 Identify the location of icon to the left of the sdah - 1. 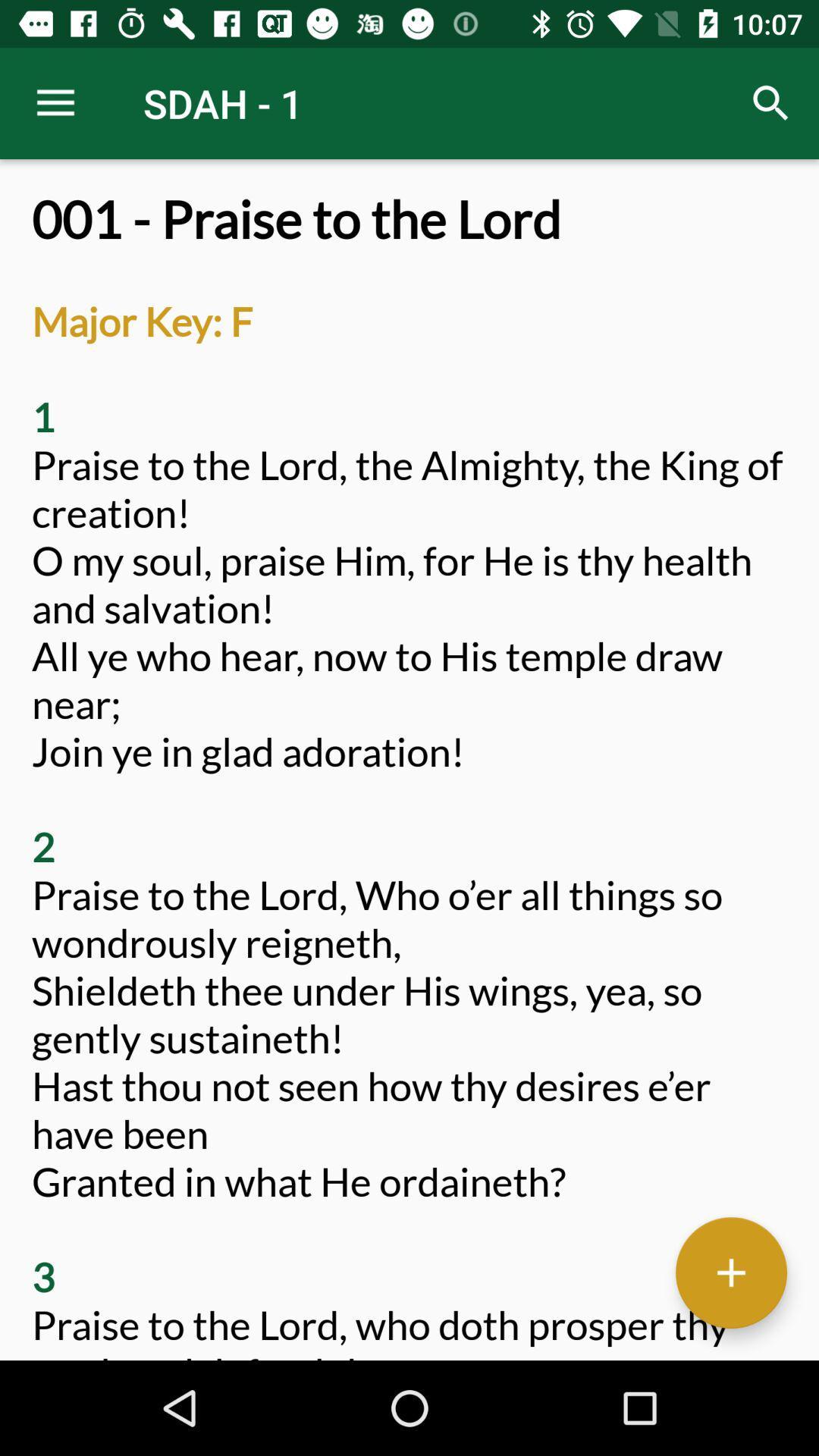
(55, 102).